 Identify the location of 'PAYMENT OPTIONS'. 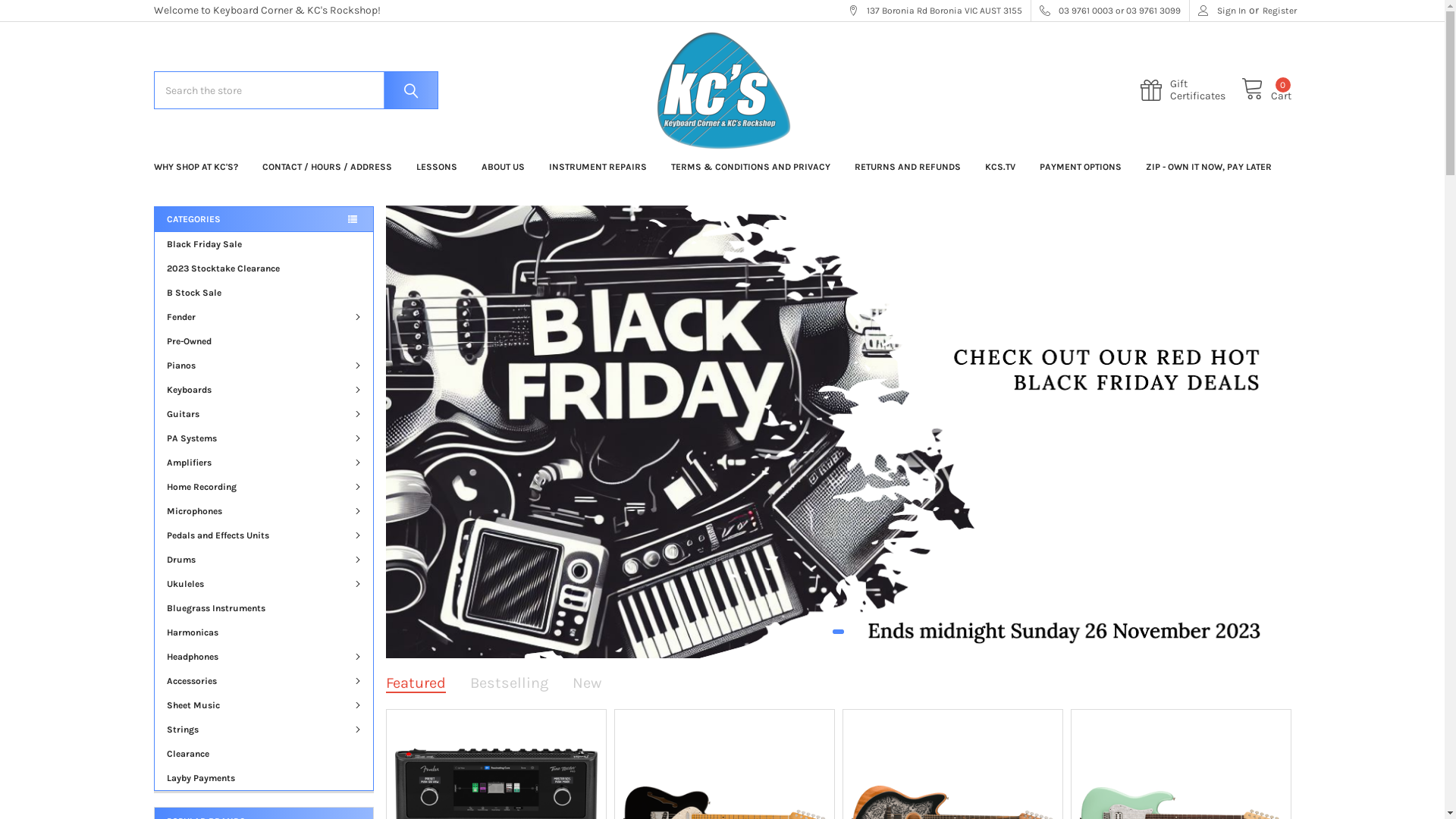
(1079, 166).